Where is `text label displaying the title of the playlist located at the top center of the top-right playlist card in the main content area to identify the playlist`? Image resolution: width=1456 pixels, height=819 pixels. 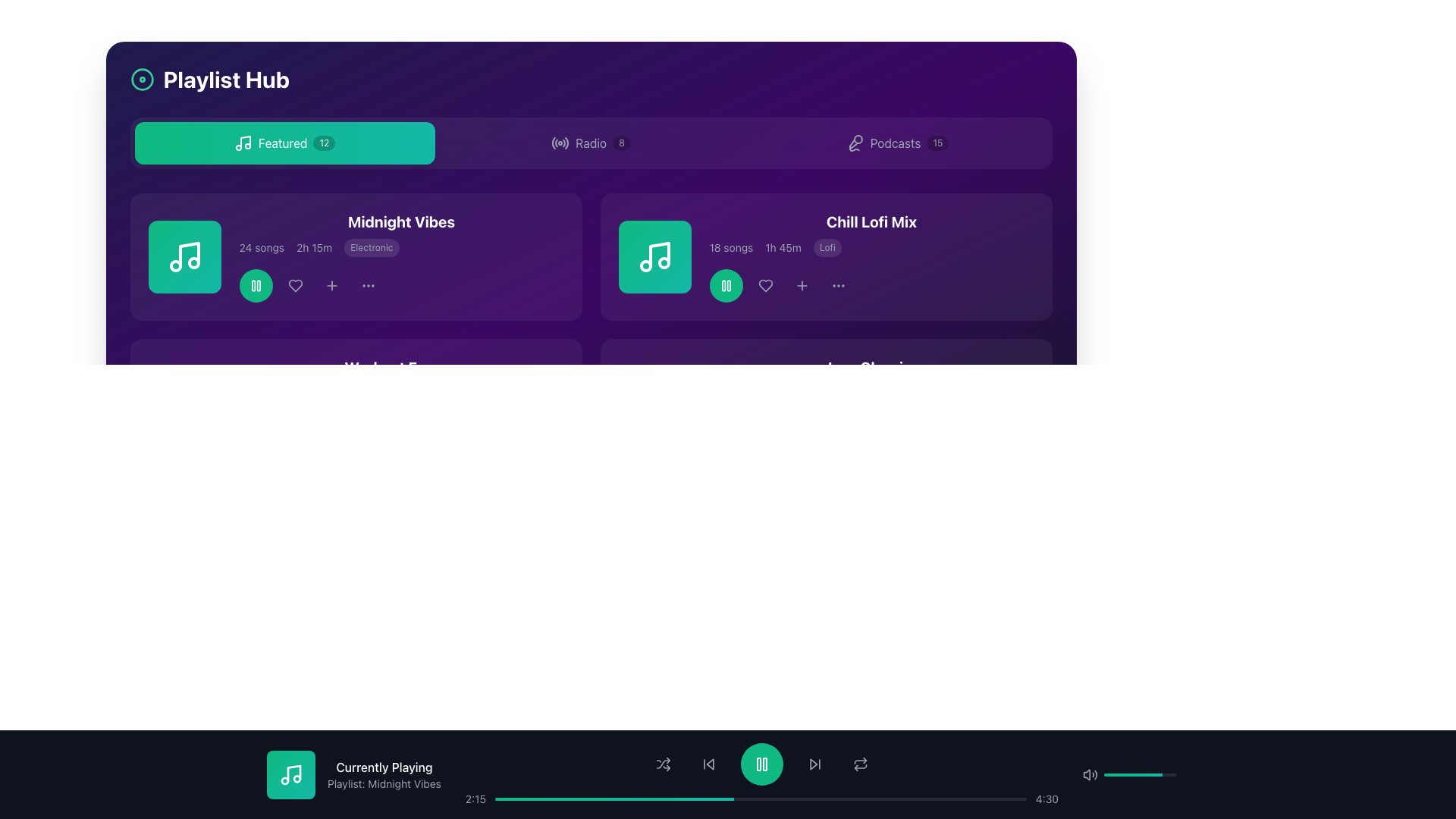
text label displaying the title of the playlist located at the top center of the top-right playlist card in the main content area to identify the playlist is located at coordinates (871, 222).